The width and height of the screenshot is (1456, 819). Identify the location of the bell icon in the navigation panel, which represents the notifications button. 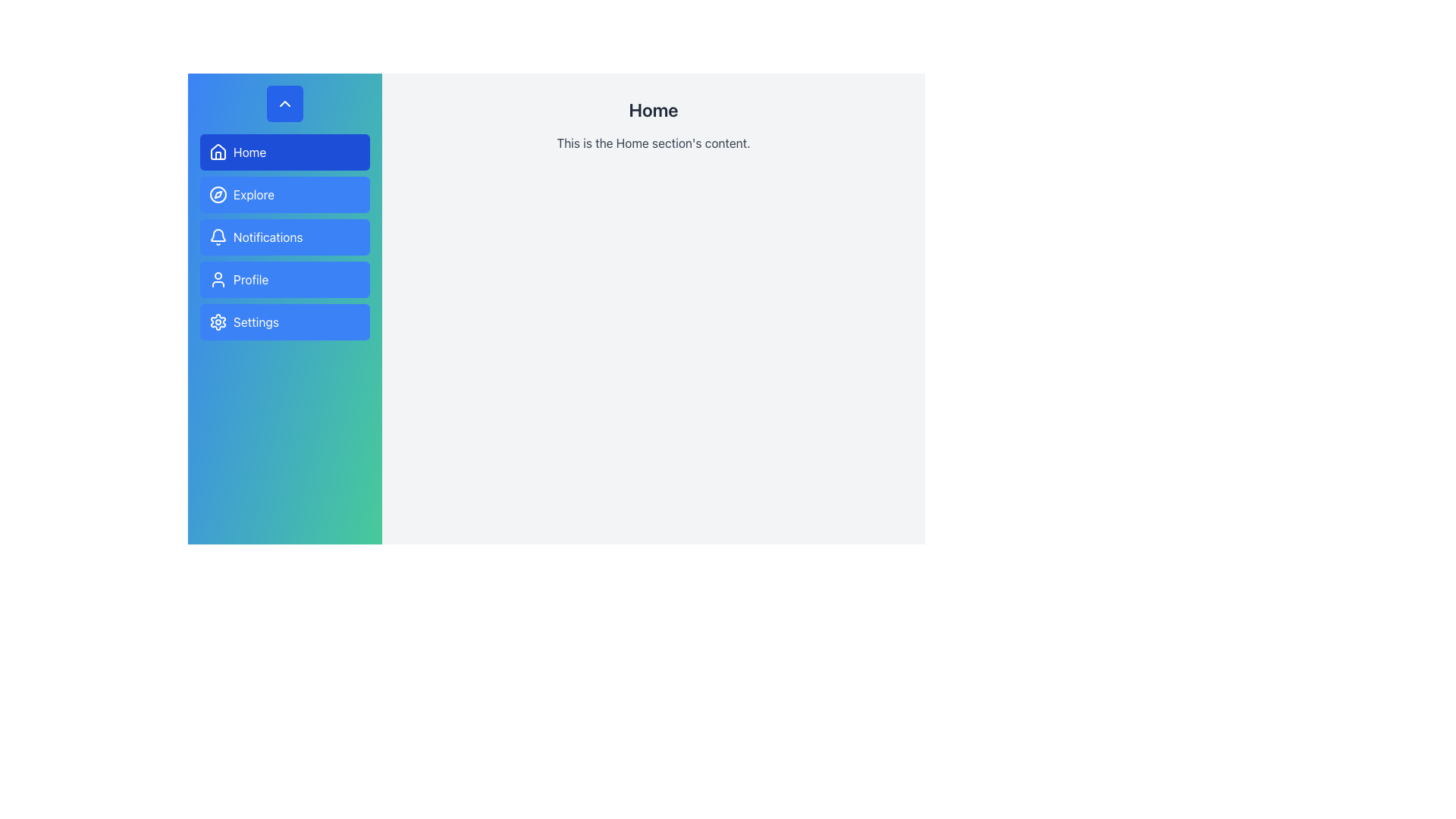
(218, 235).